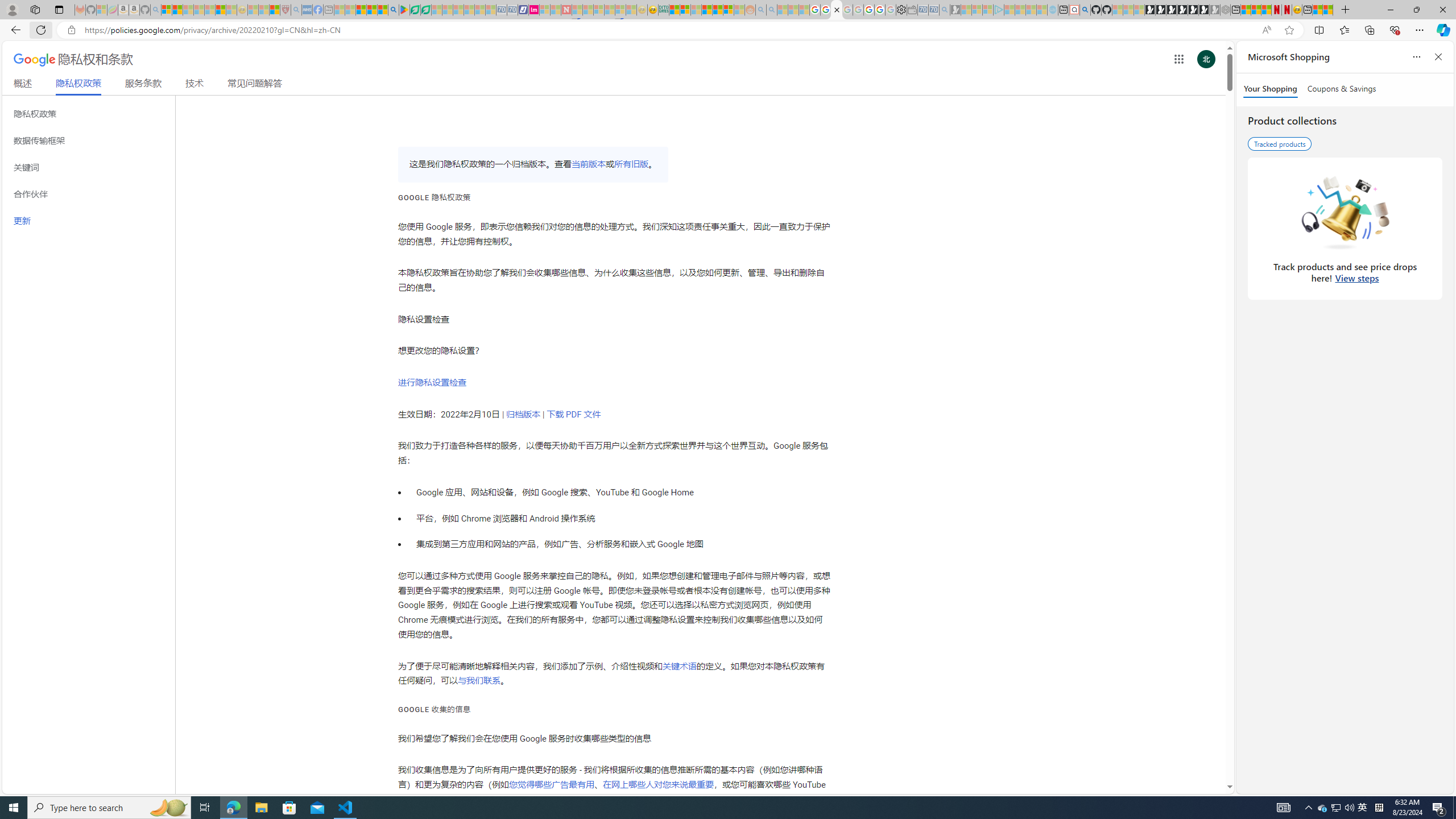  Describe the element at coordinates (1317, 9) in the screenshot. I see `'Wildlife - MSN'` at that location.